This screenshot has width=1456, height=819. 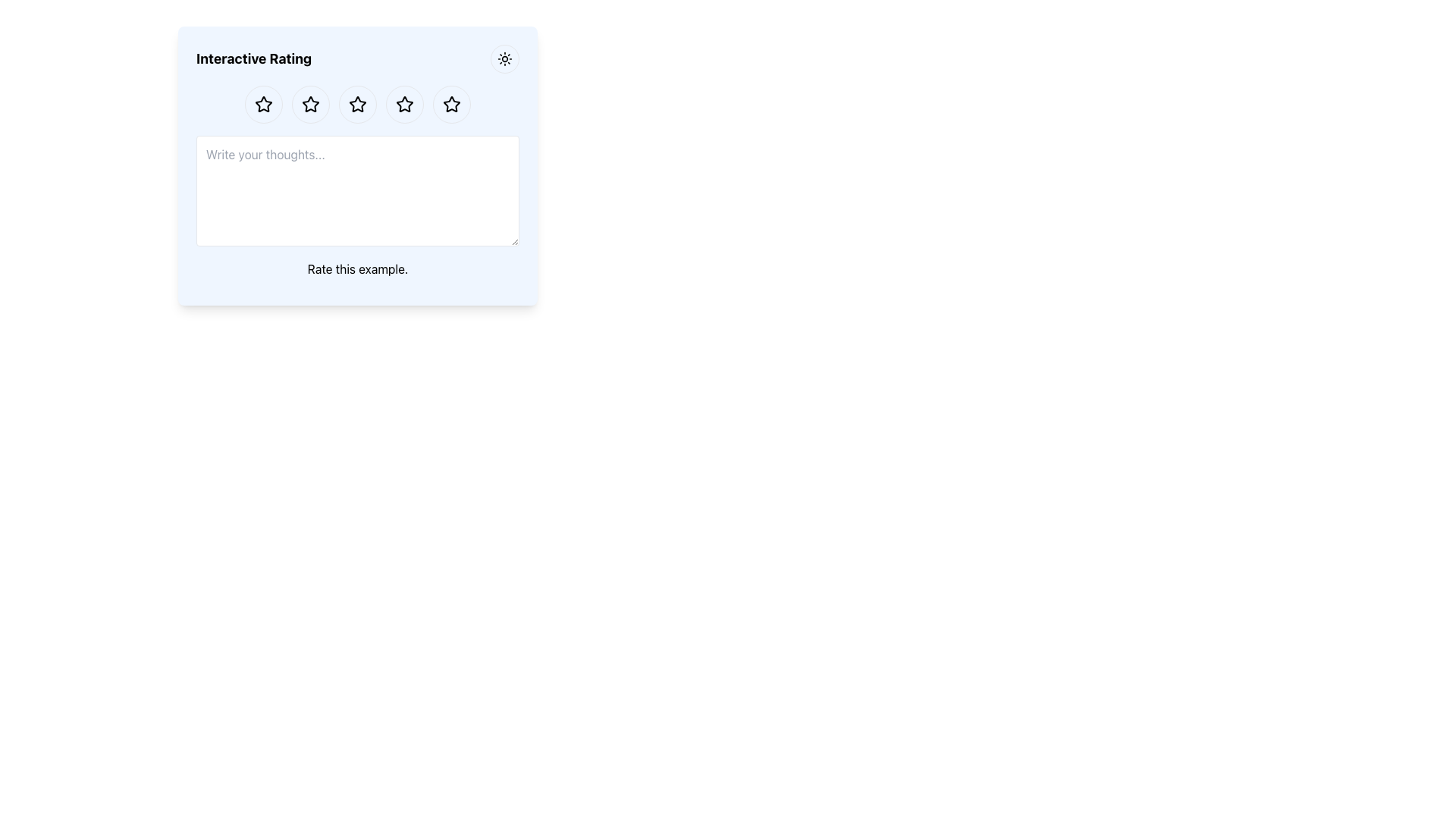 I want to click on the third star icon in the rating selection interface, so click(x=404, y=103).